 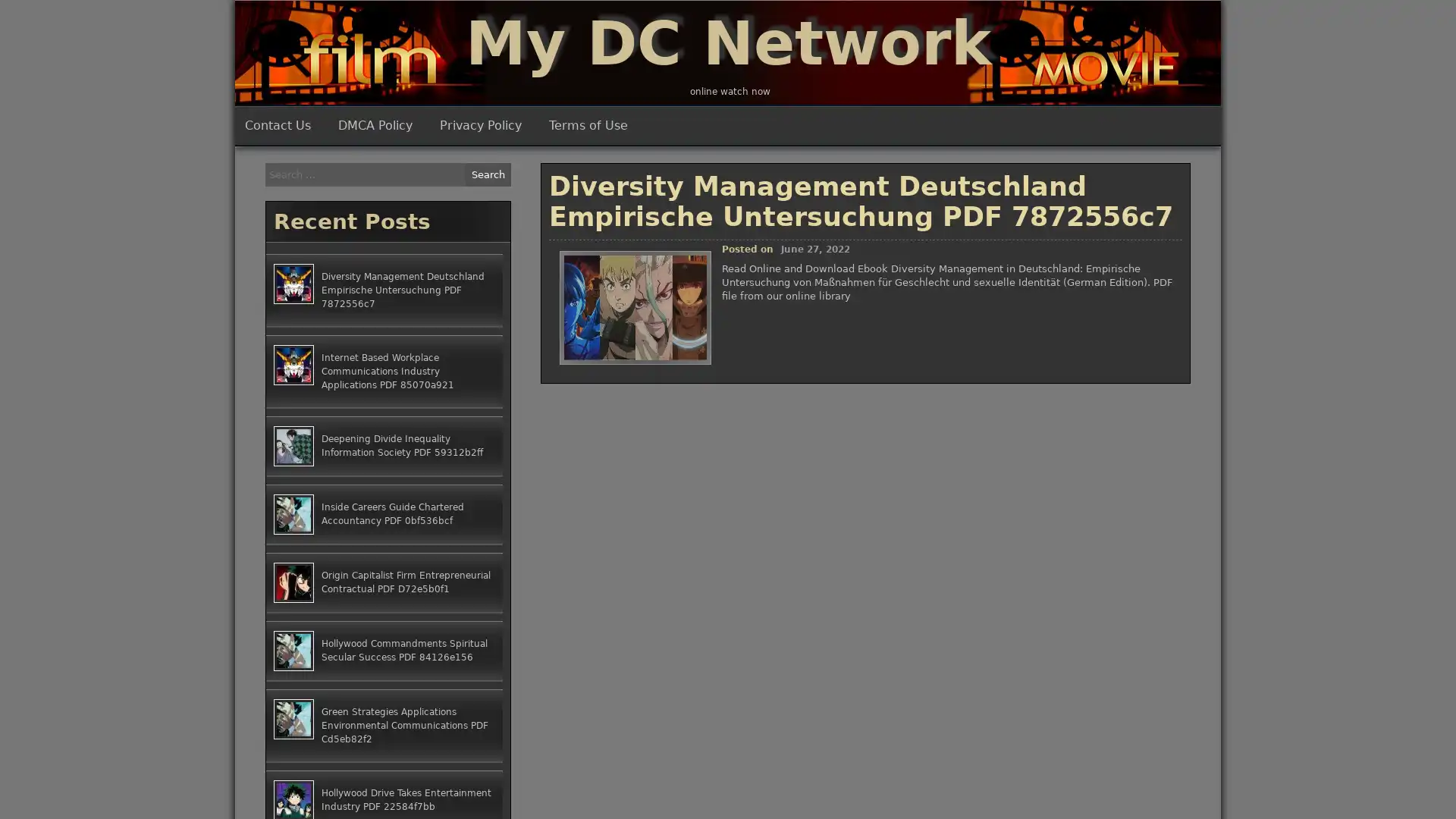 I want to click on Search, so click(x=488, y=174).